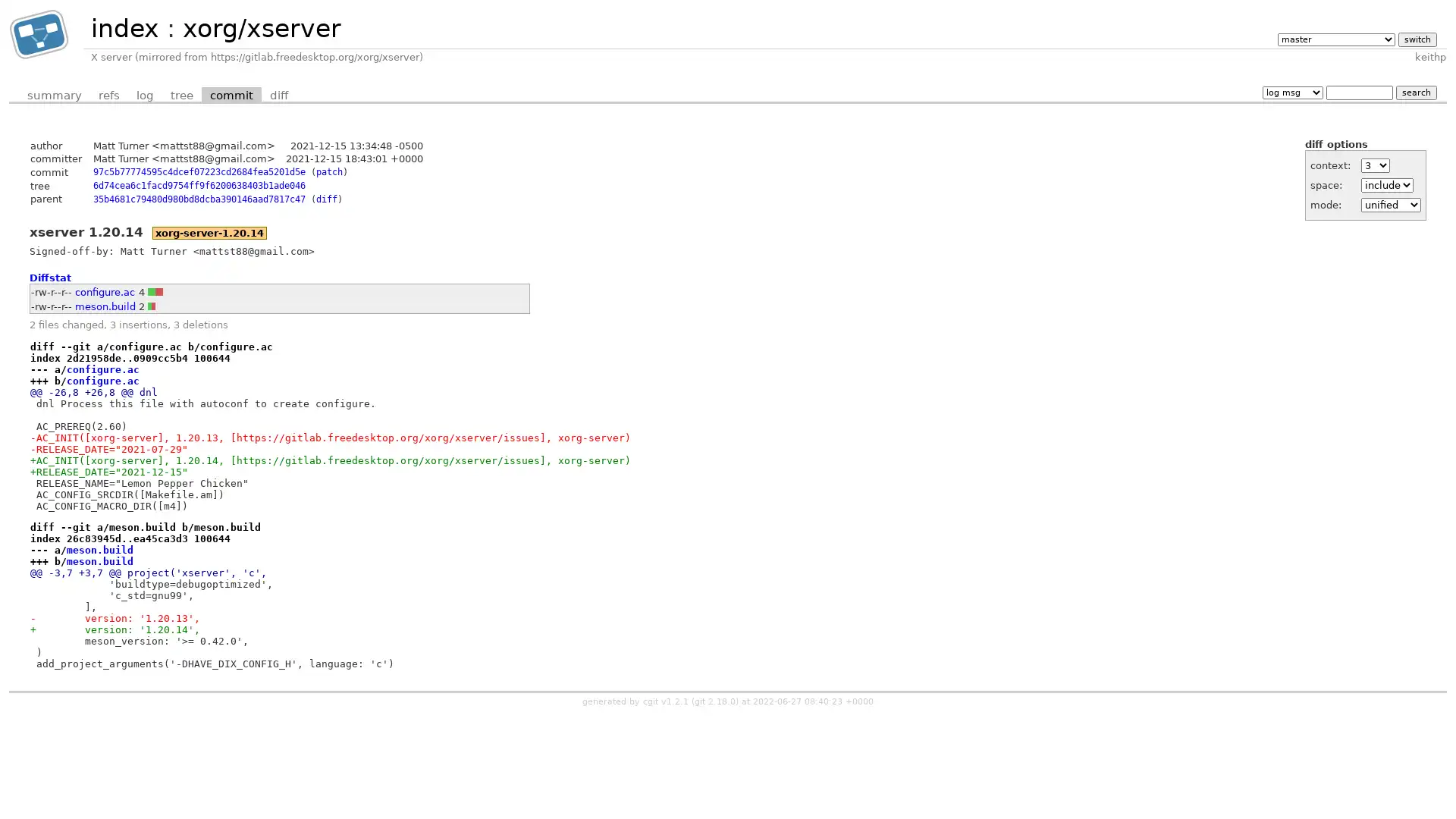 The width and height of the screenshot is (1456, 819). Describe the element at coordinates (1415, 92) in the screenshot. I see `search` at that location.